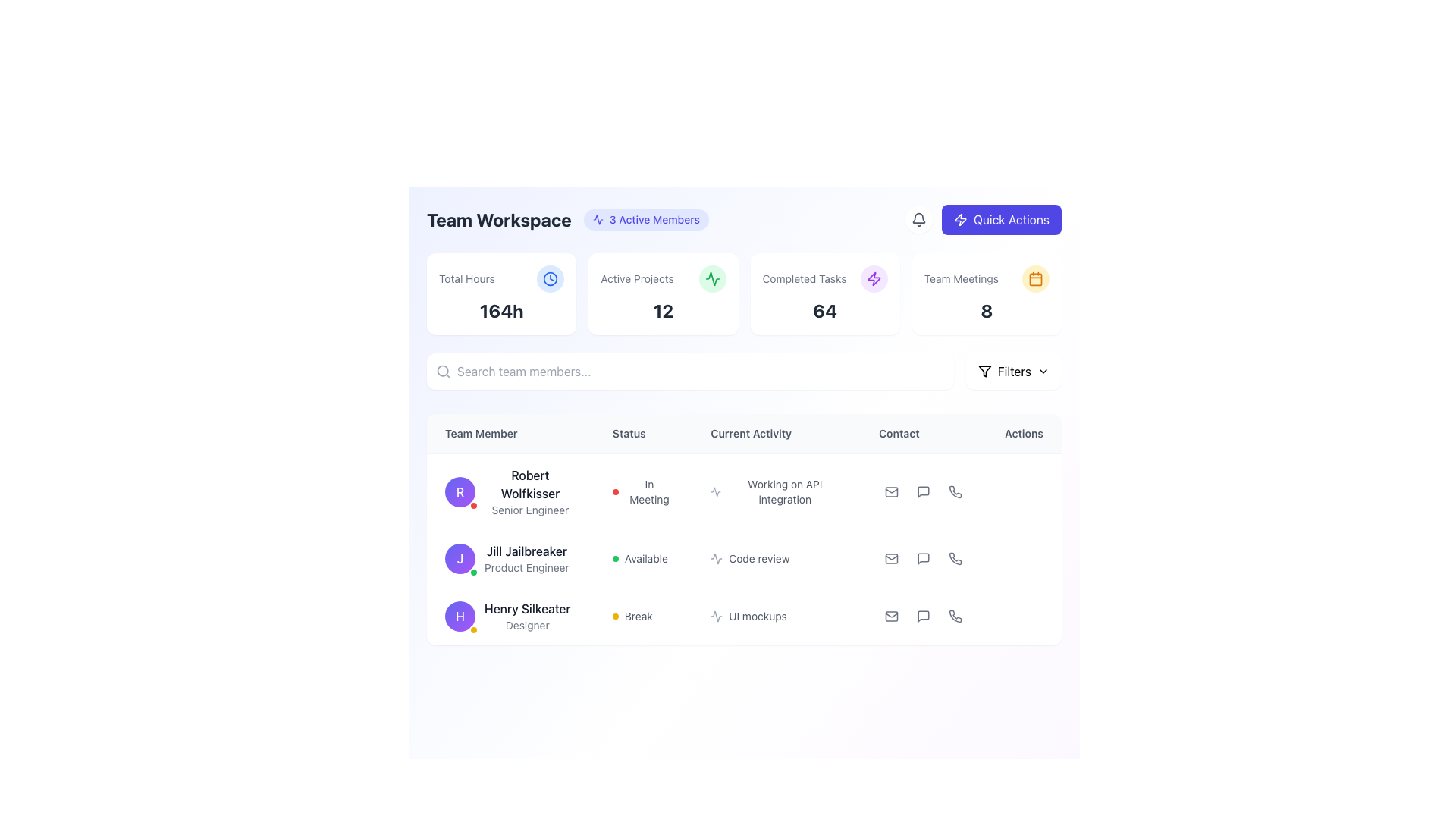 Image resolution: width=1456 pixels, height=819 pixels. I want to click on the Information Card displaying the profile information of a team member, located in the first row of the team members list adjacent to the Status column, so click(510, 491).